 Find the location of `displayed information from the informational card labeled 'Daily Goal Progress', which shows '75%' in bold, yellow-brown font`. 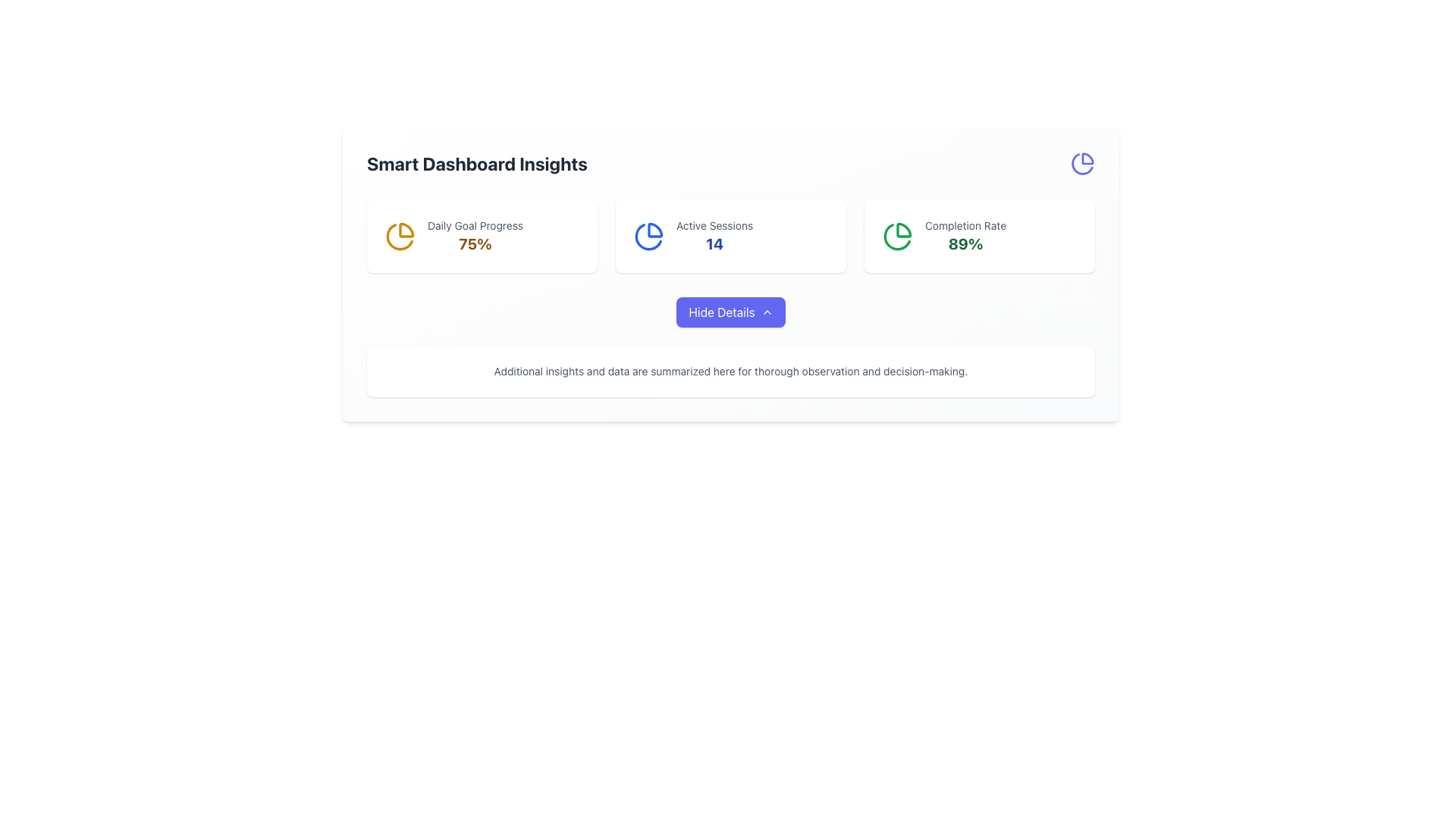

displayed information from the informational card labeled 'Daily Goal Progress', which shows '75%' in bold, yellow-brown font is located at coordinates (481, 237).